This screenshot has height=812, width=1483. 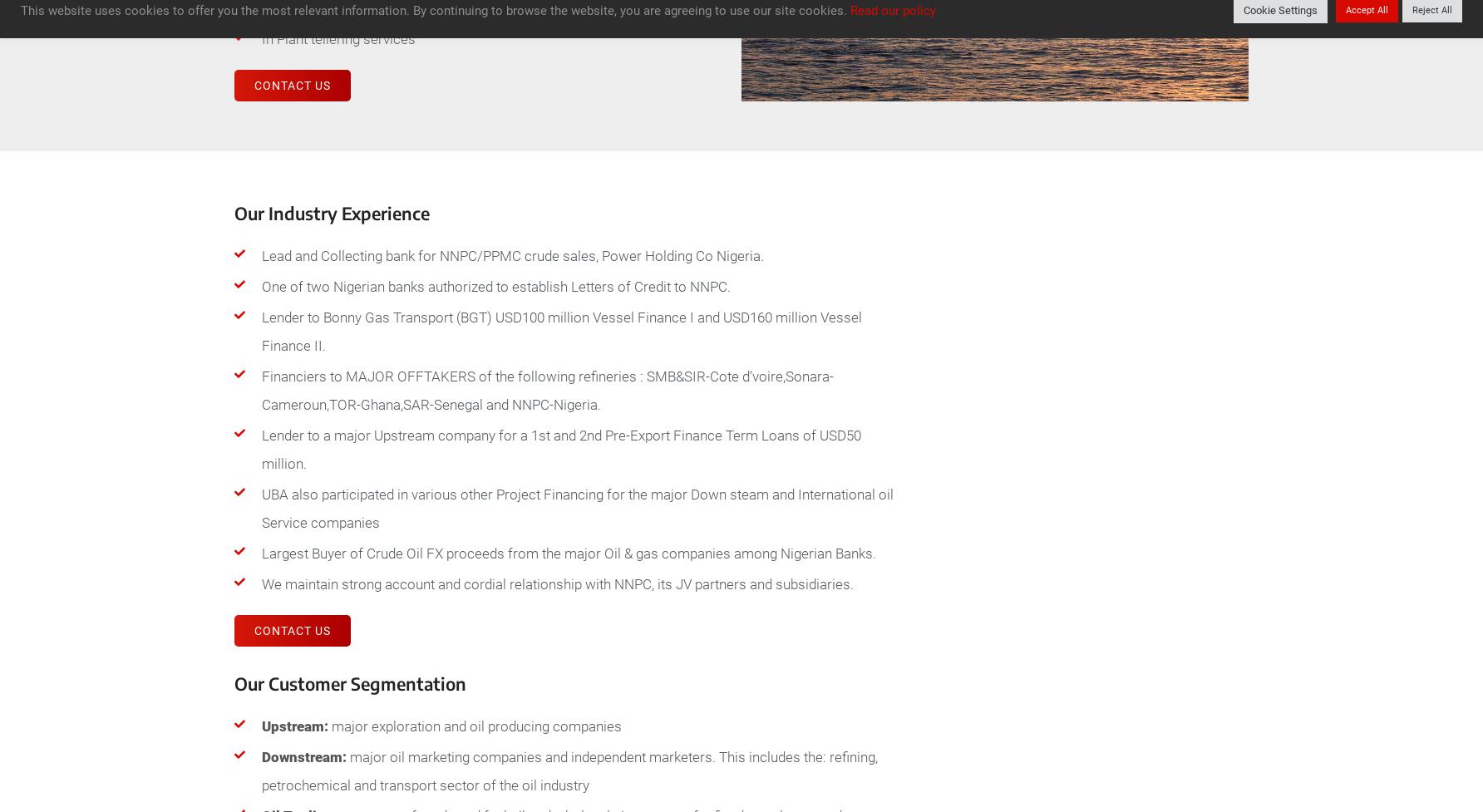 I want to click on 'major oil marketing companies and independent marketers. This includes the: refining, petrochemical and transport sector of the oil industry', so click(x=569, y=770).